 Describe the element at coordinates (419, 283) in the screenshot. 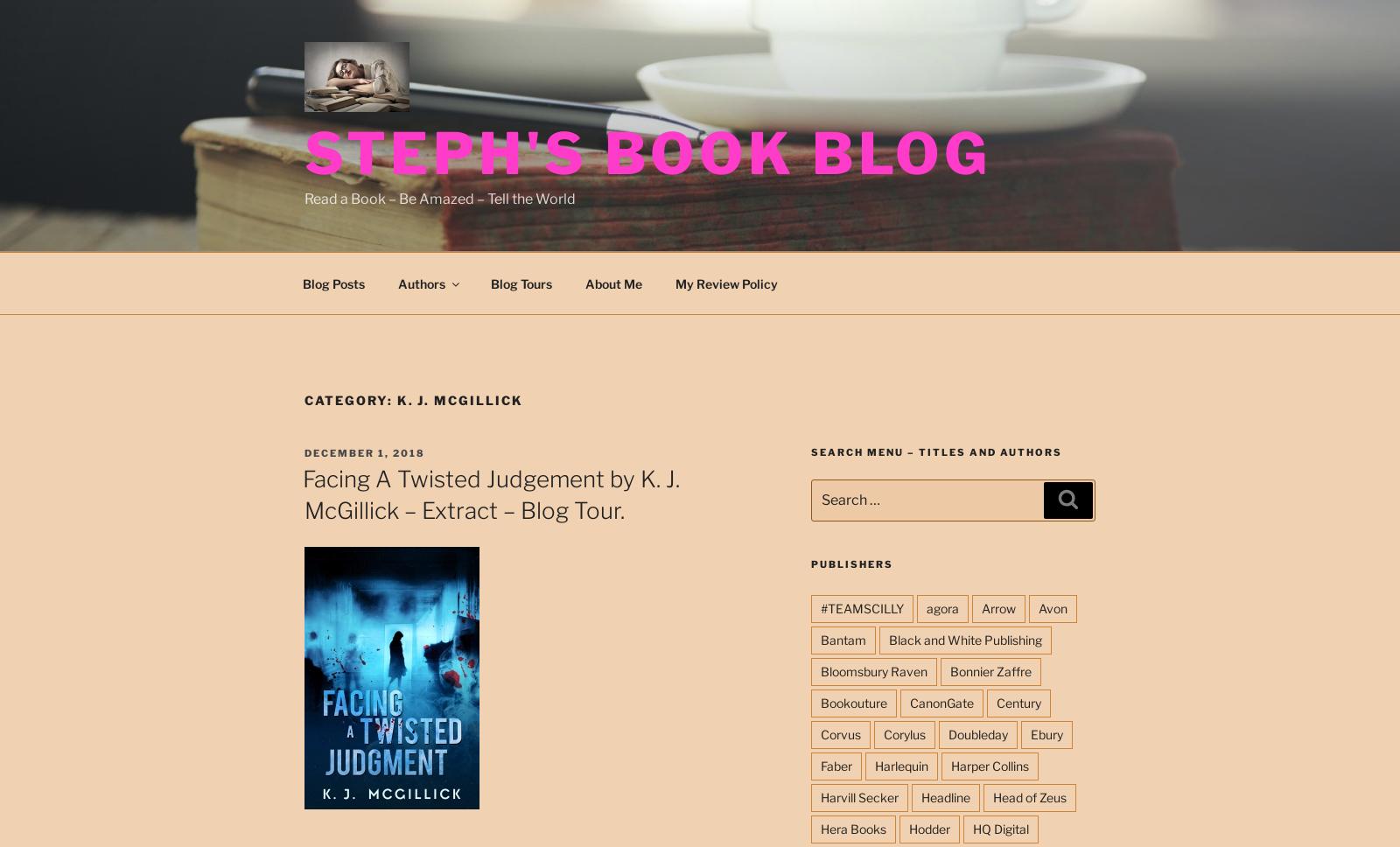

I see `'Authors'` at that location.